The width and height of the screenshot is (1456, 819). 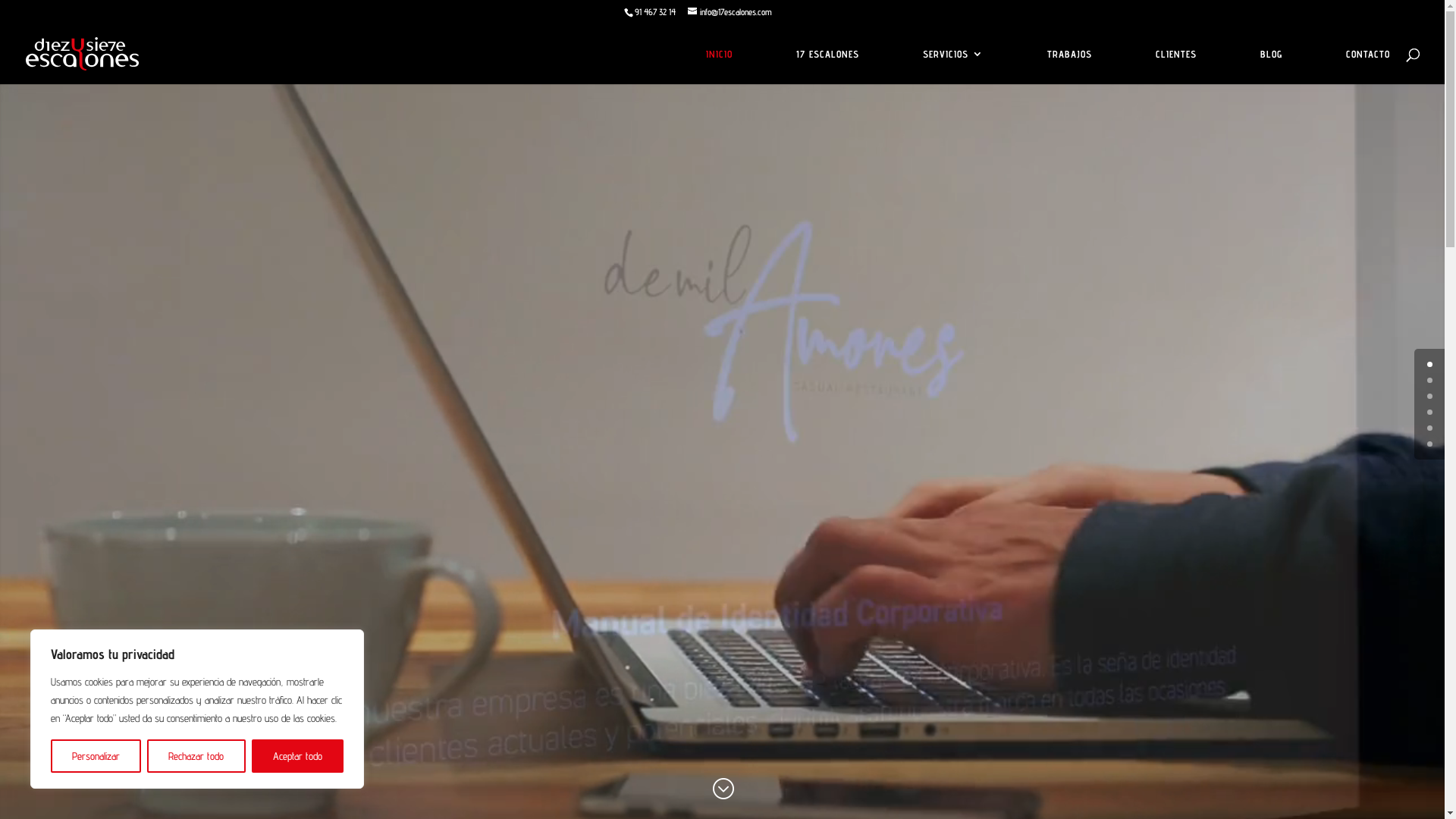 What do you see at coordinates (195, 755) in the screenshot?
I see `'Rechazar todo'` at bounding box center [195, 755].